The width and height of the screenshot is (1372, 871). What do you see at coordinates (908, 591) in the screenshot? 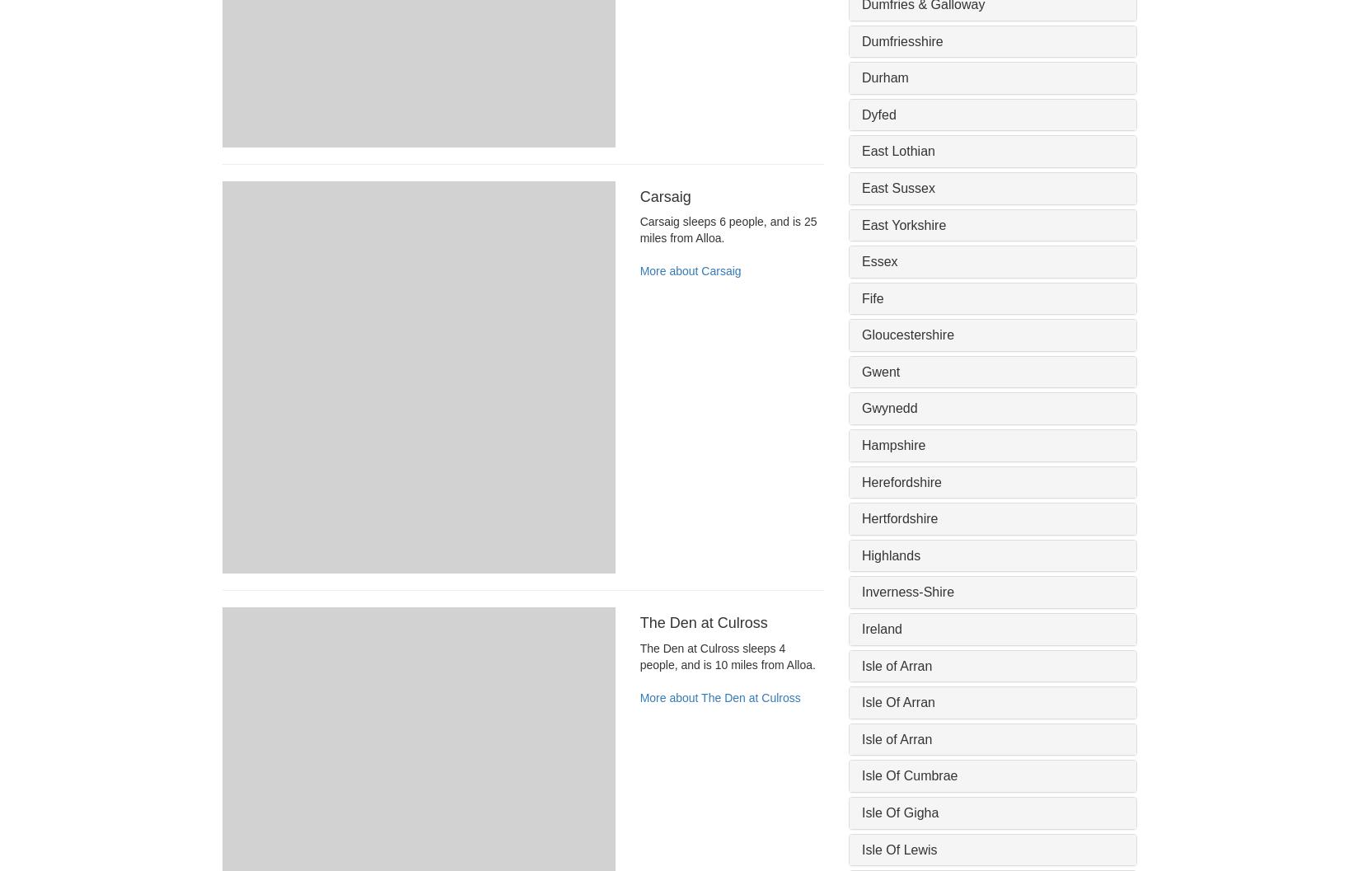
I see `'Inverness-Shire'` at bounding box center [908, 591].